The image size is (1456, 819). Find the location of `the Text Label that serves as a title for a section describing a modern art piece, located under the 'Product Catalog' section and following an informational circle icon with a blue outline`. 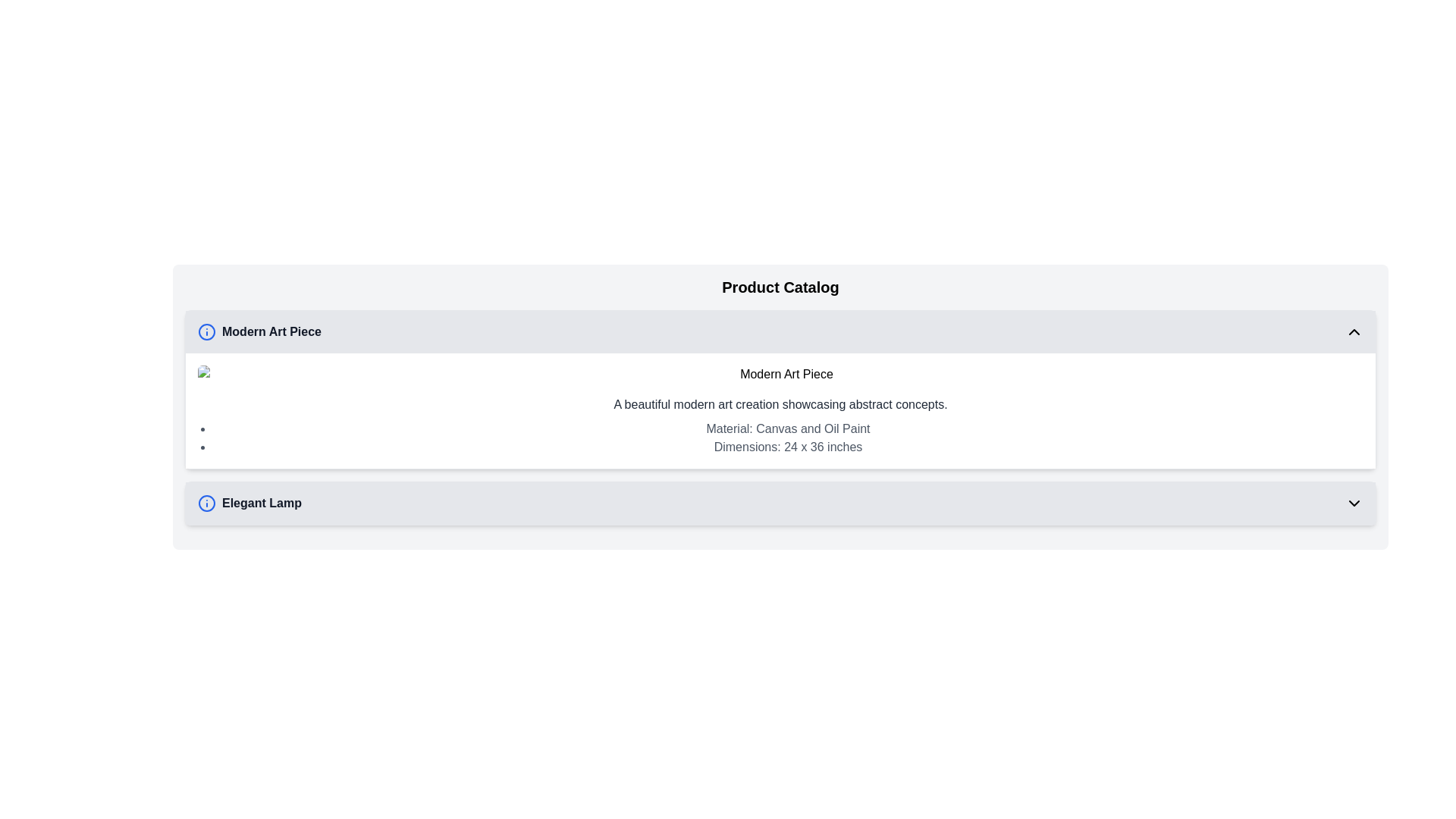

the Text Label that serves as a title for a section describing a modern art piece, located under the 'Product Catalog' section and following an informational circle icon with a blue outline is located at coordinates (271, 331).